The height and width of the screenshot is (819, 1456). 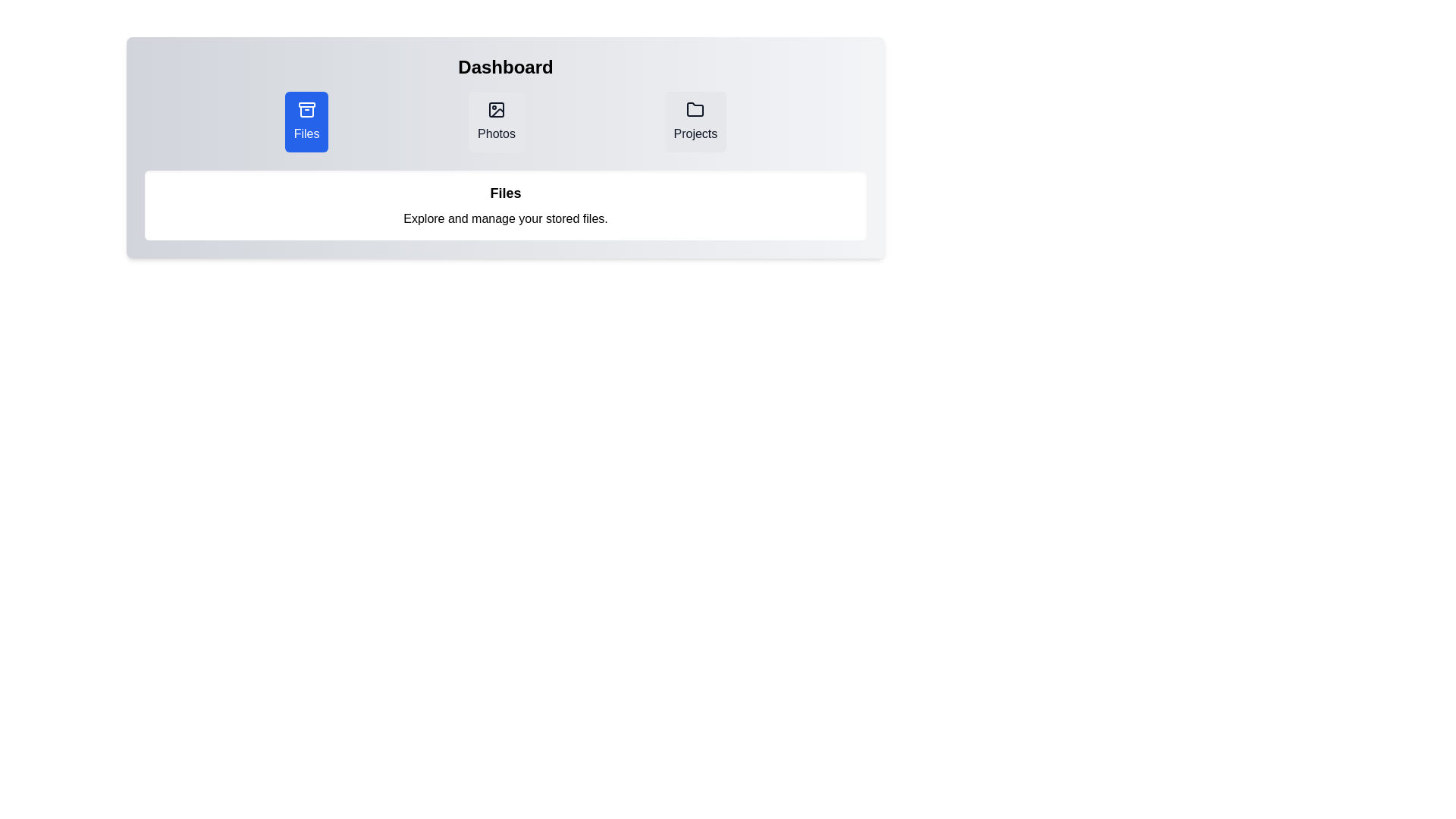 I want to click on the tab labeled Files to view its content, so click(x=306, y=121).